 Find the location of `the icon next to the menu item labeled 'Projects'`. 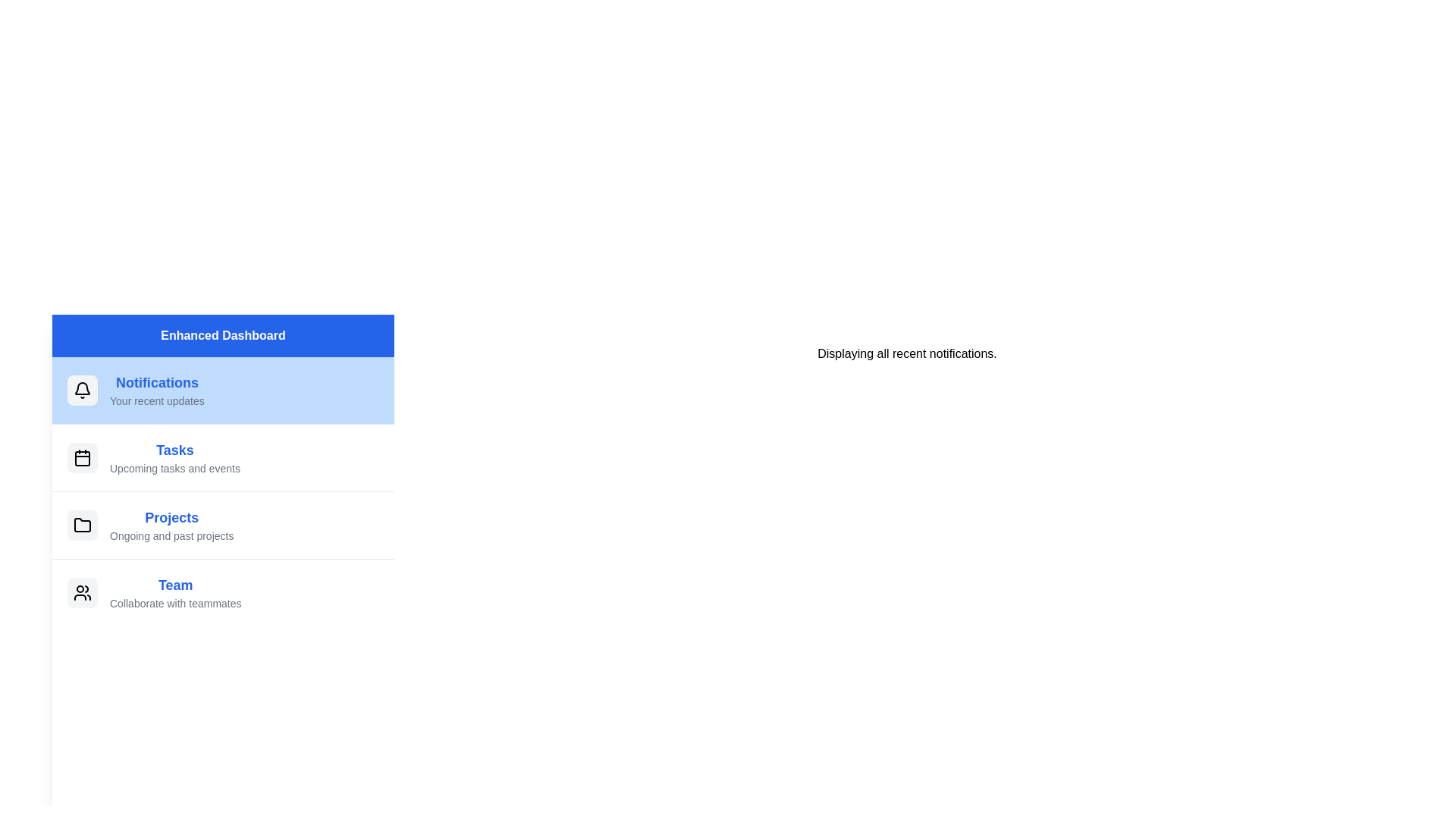

the icon next to the menu item labeled 'Projects' is located at coordinates (82, 525).